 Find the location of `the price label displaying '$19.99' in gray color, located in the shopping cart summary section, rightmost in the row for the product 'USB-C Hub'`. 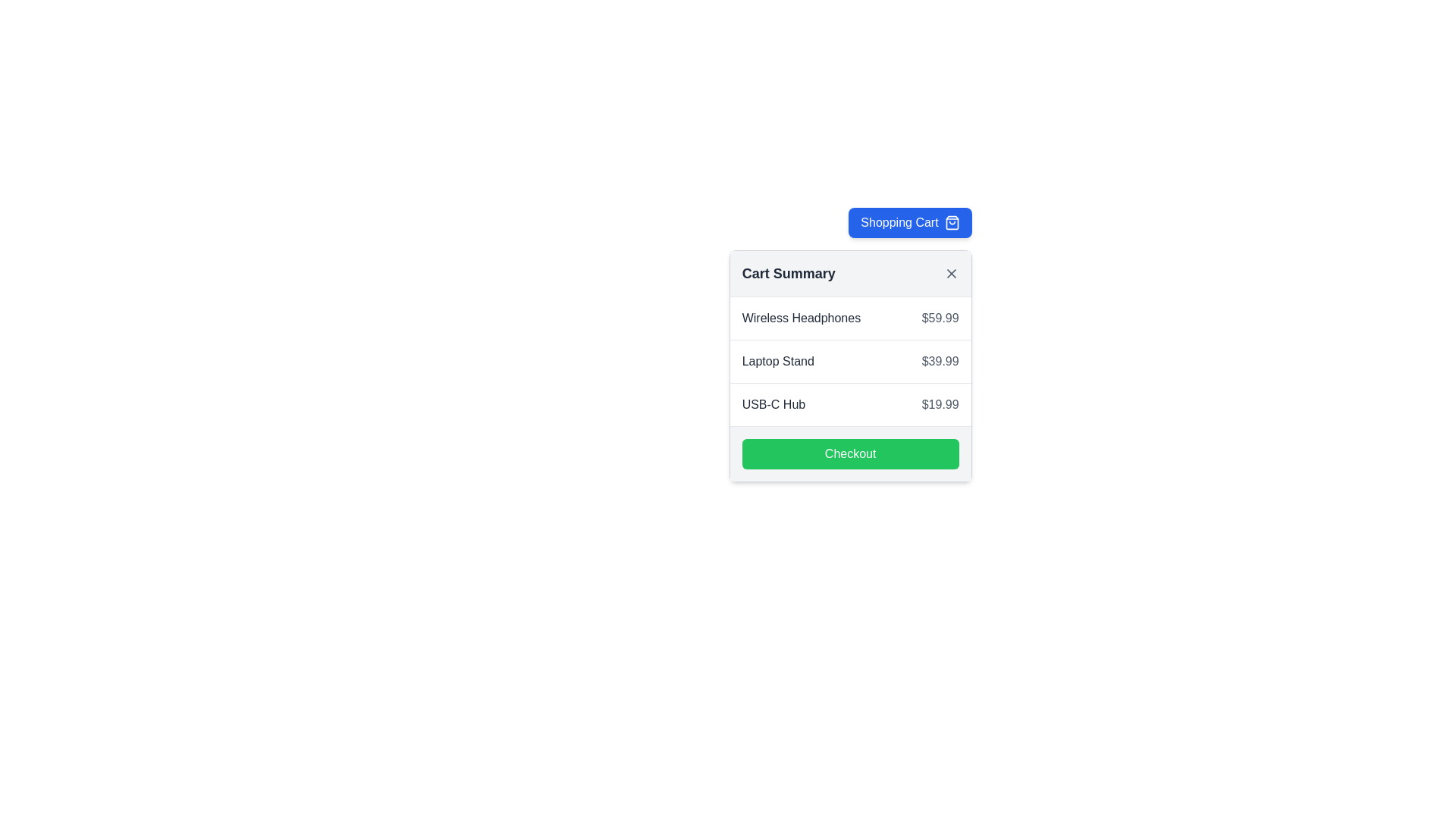

the price label displaying '$19.99' in gray color, located in the shopping cart summary section, rightmost in the row for the product 'USB-C Hub' is located at coordinates (940, 403).